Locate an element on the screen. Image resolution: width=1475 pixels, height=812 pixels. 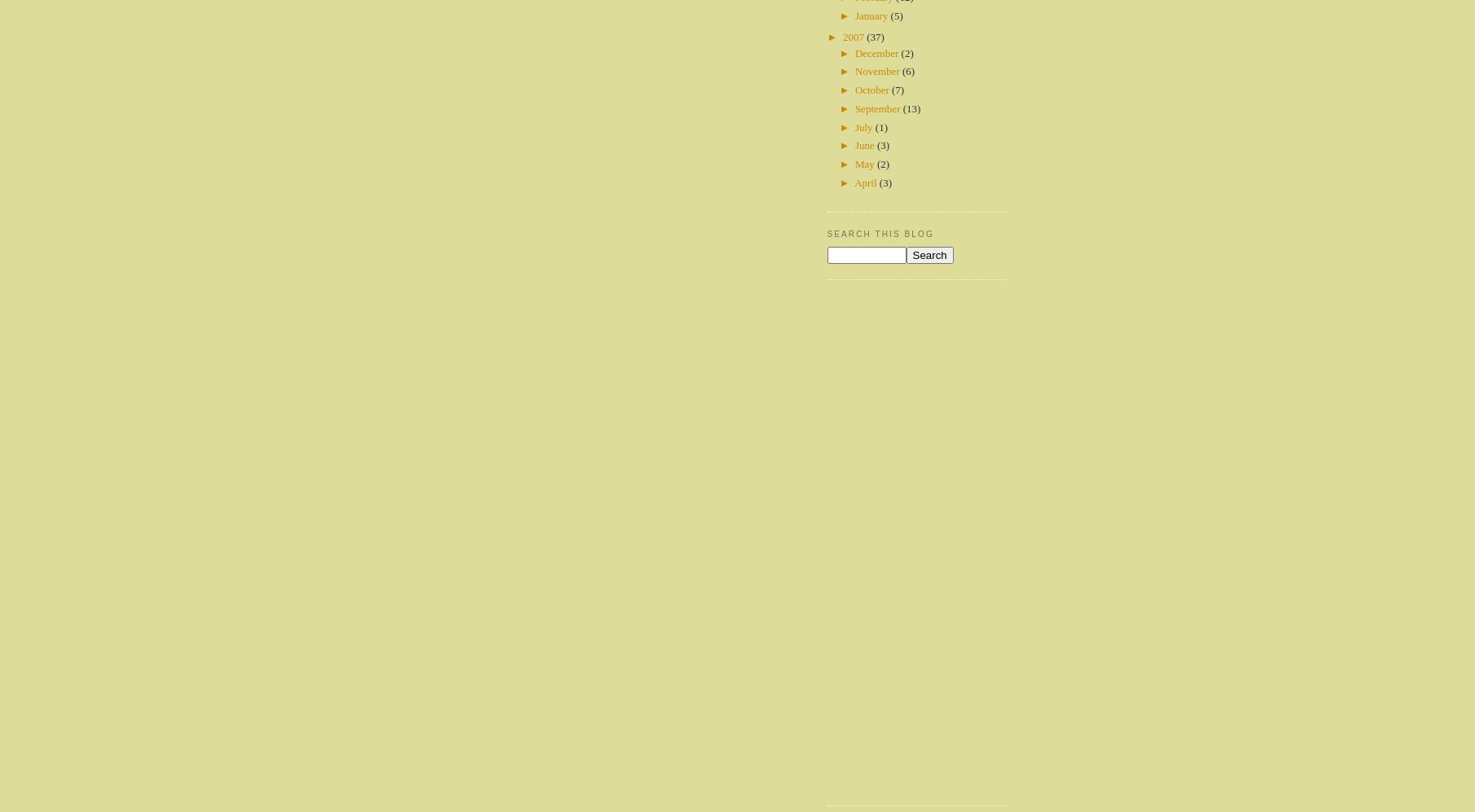
'April' is located at coordinates (854, 182).